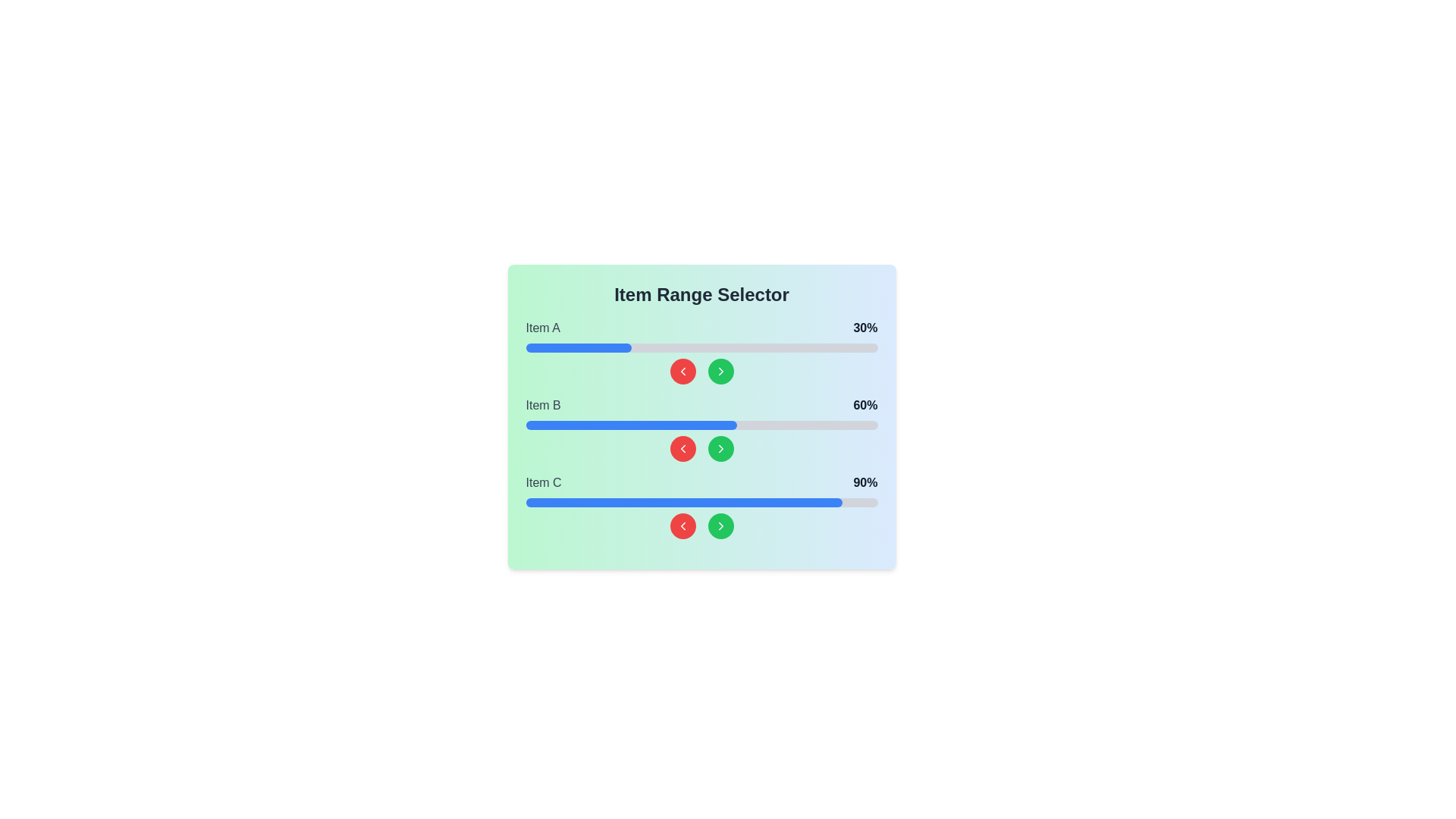  What do you see at coordinates (701, 425) in the screenshot?
I see `the progress bar indicating 60% completion for 'Item B', which is located below the 'Item B' label and above navigation buttons` at bounding box center [701, 425].